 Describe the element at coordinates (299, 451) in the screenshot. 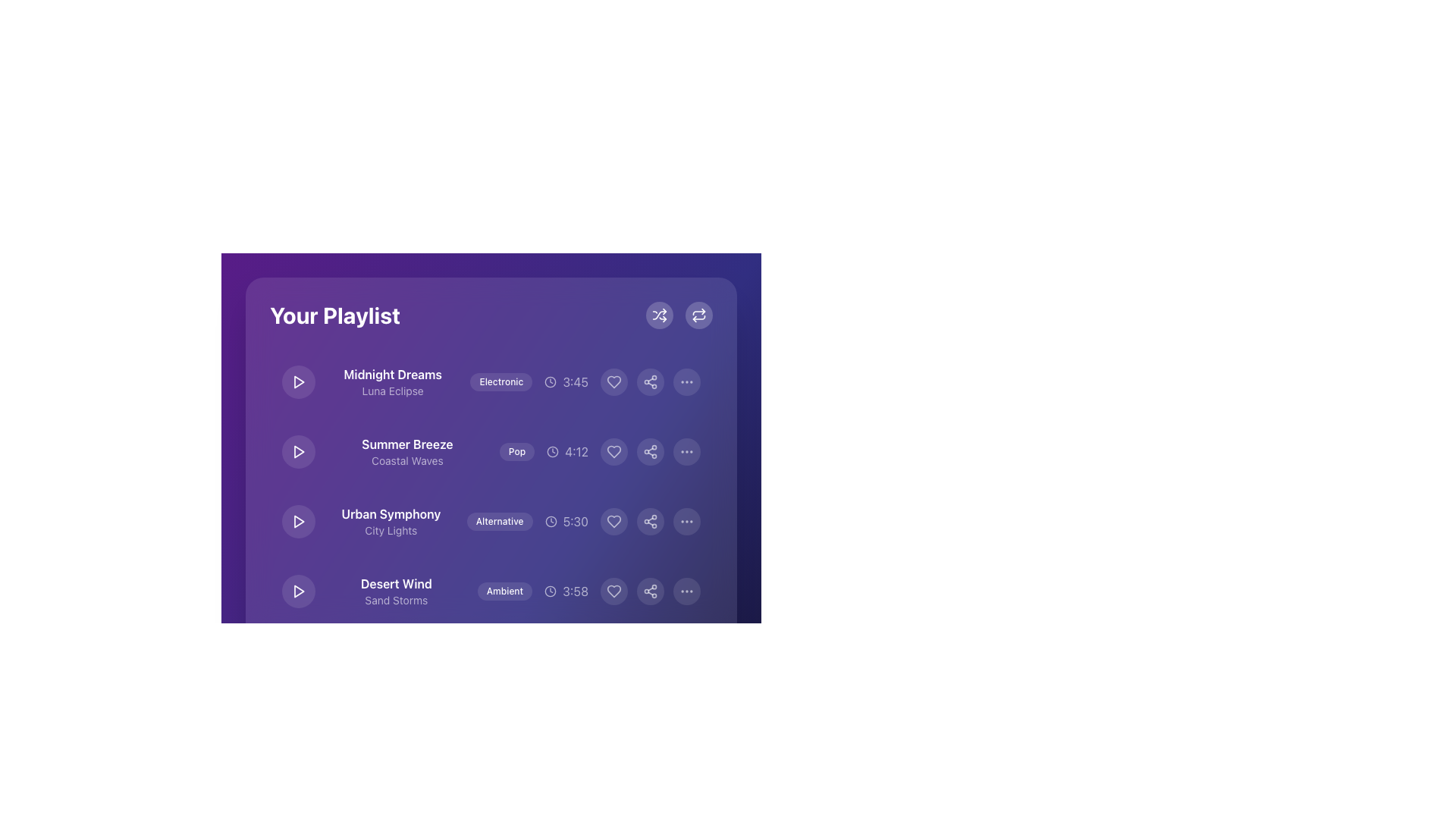

I see `the play button for the track 'Summer Breeze'` at that location.